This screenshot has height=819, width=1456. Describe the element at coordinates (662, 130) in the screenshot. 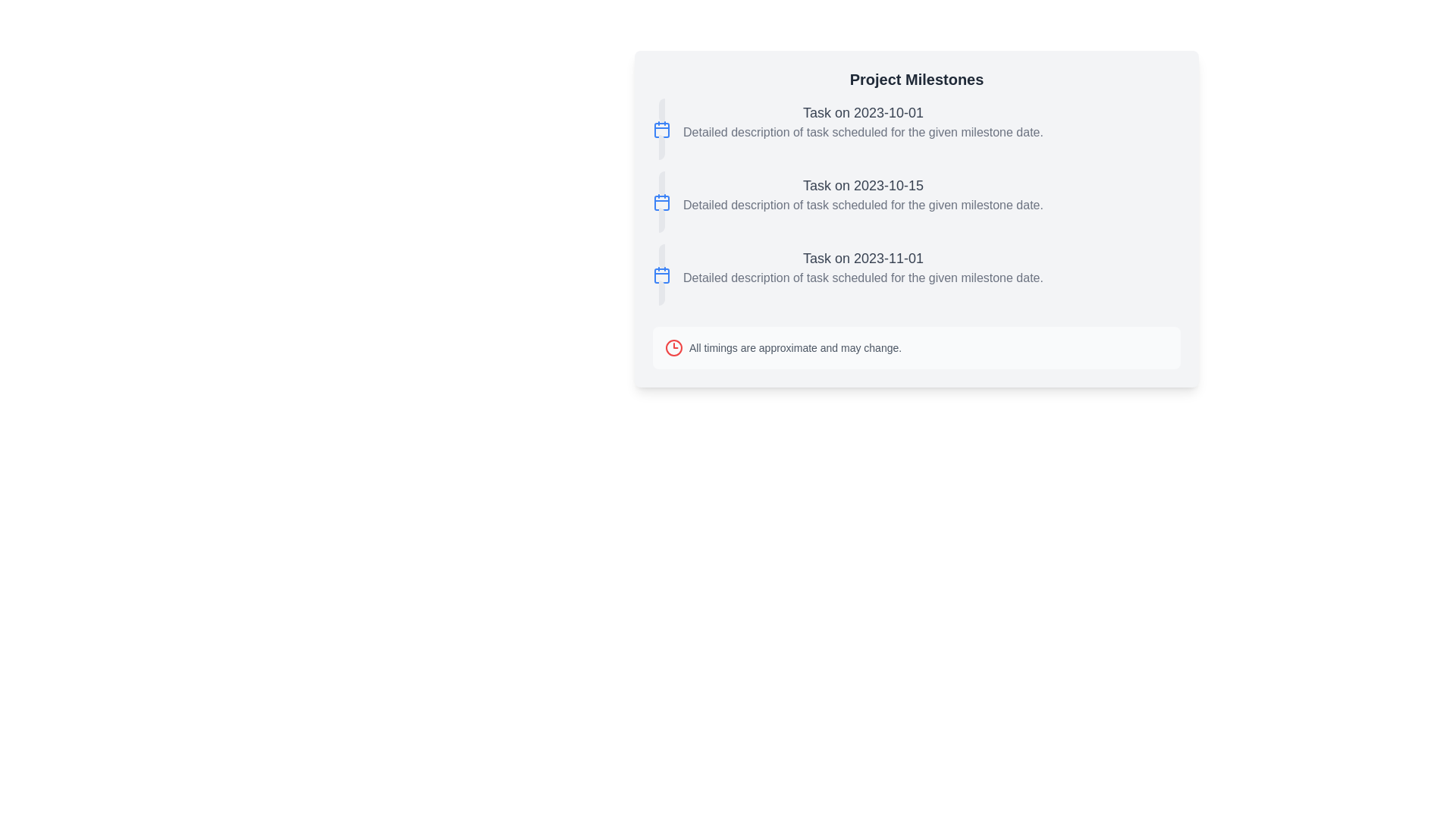

I see `the SVG rectangle icon with a red border and white background located near the text 'Task on 2023-10-01'` at that location.